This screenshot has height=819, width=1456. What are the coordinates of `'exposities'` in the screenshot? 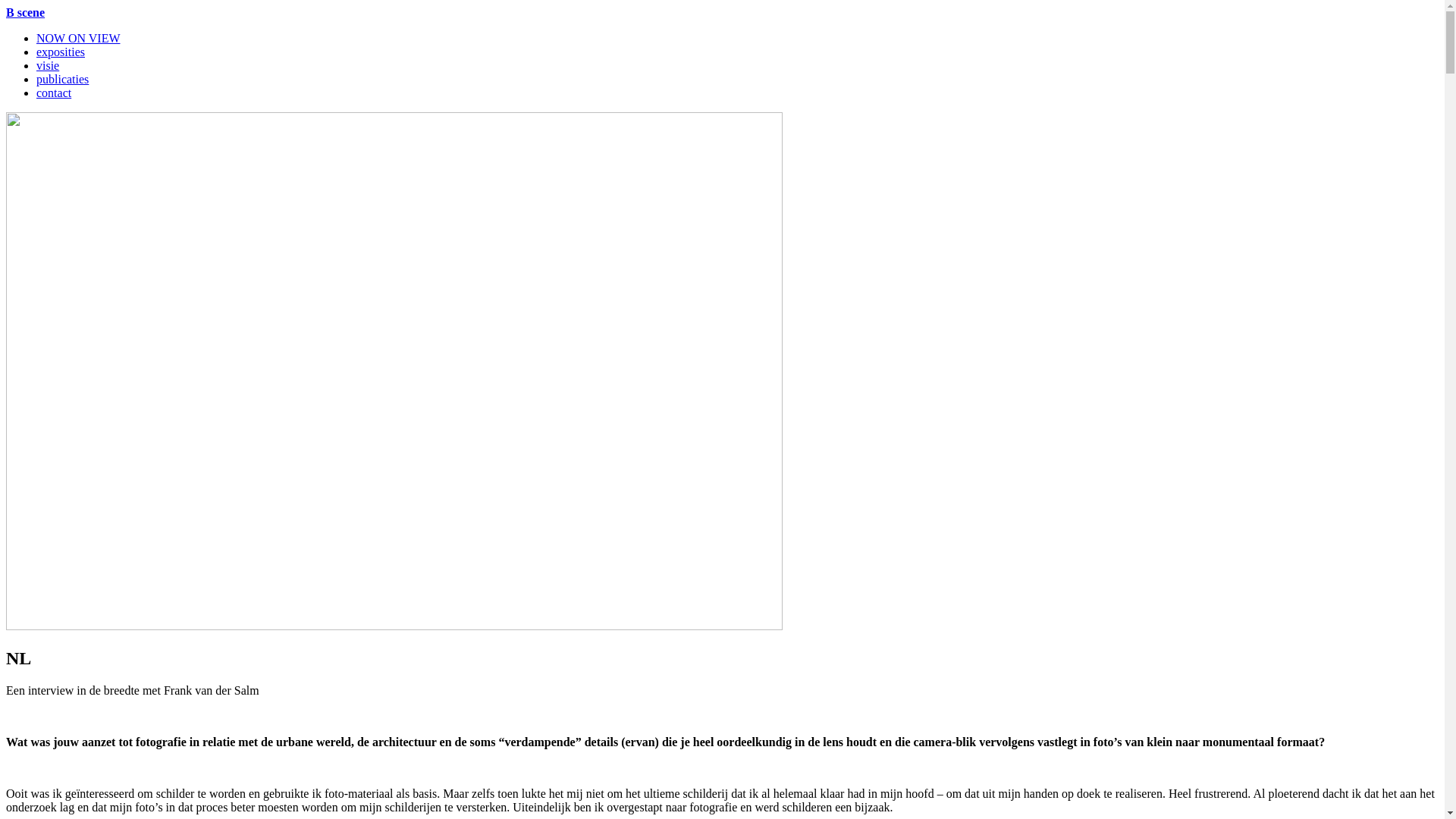 It's located at (61, 51).